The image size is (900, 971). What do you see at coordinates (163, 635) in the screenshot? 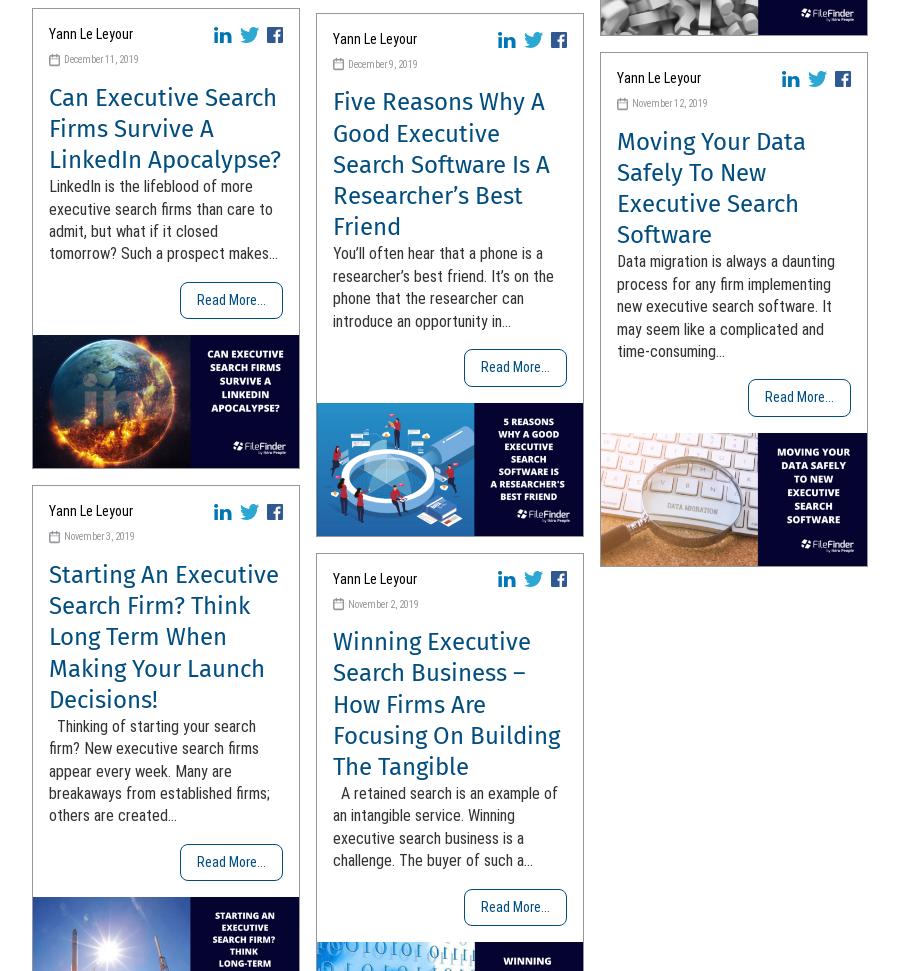
I see `'Starting An Executive Search Firm? Think Long Term When Making Your Launch Decisions!'` at bounding box center [163, 635].